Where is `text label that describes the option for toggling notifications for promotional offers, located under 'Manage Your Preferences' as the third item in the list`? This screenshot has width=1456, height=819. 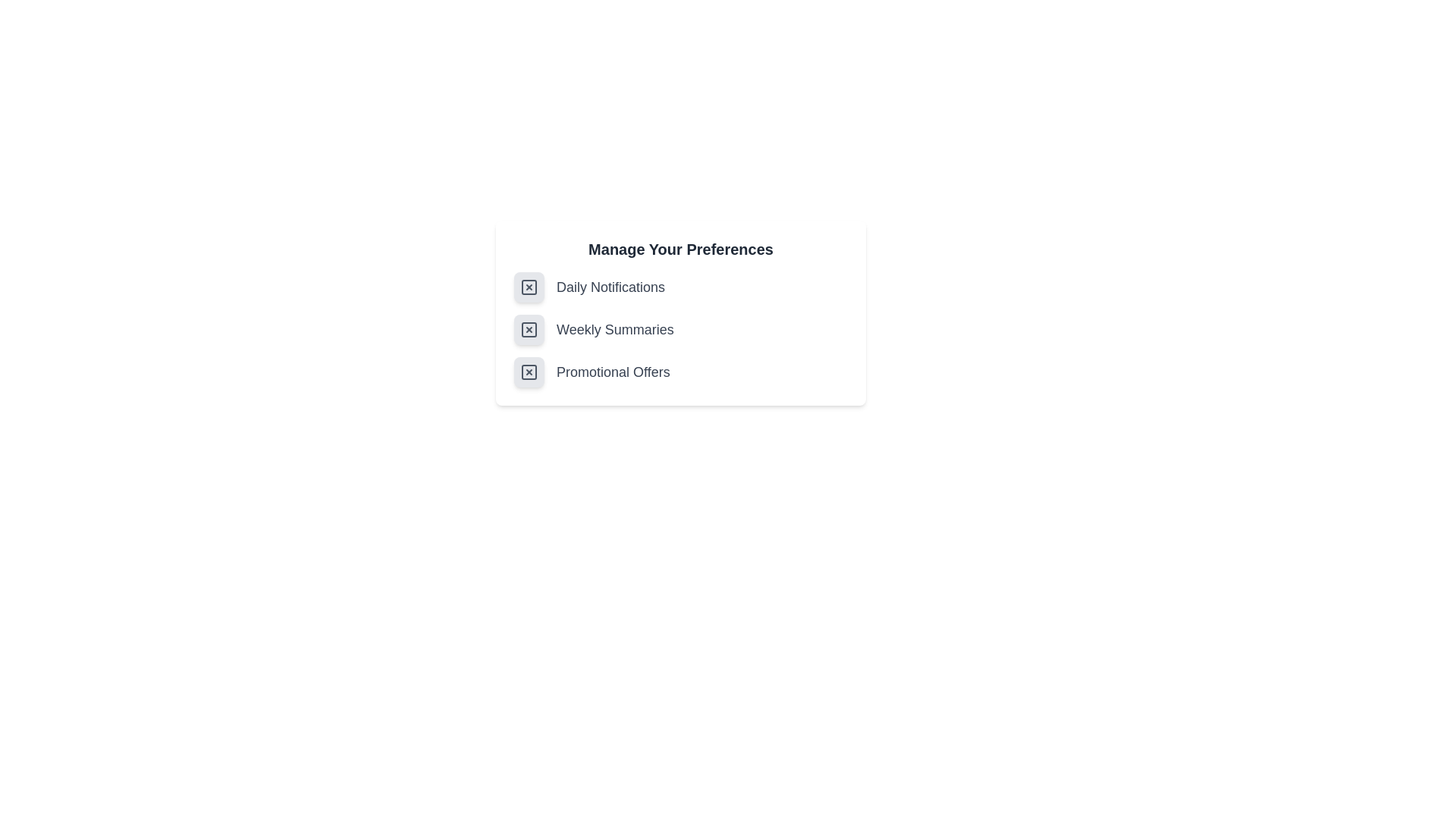
text label that describes the option for toggling notifications for promotional offers, located under 'Manage Your Preferences' as the third item in the list is located at coordinates (613, 372).